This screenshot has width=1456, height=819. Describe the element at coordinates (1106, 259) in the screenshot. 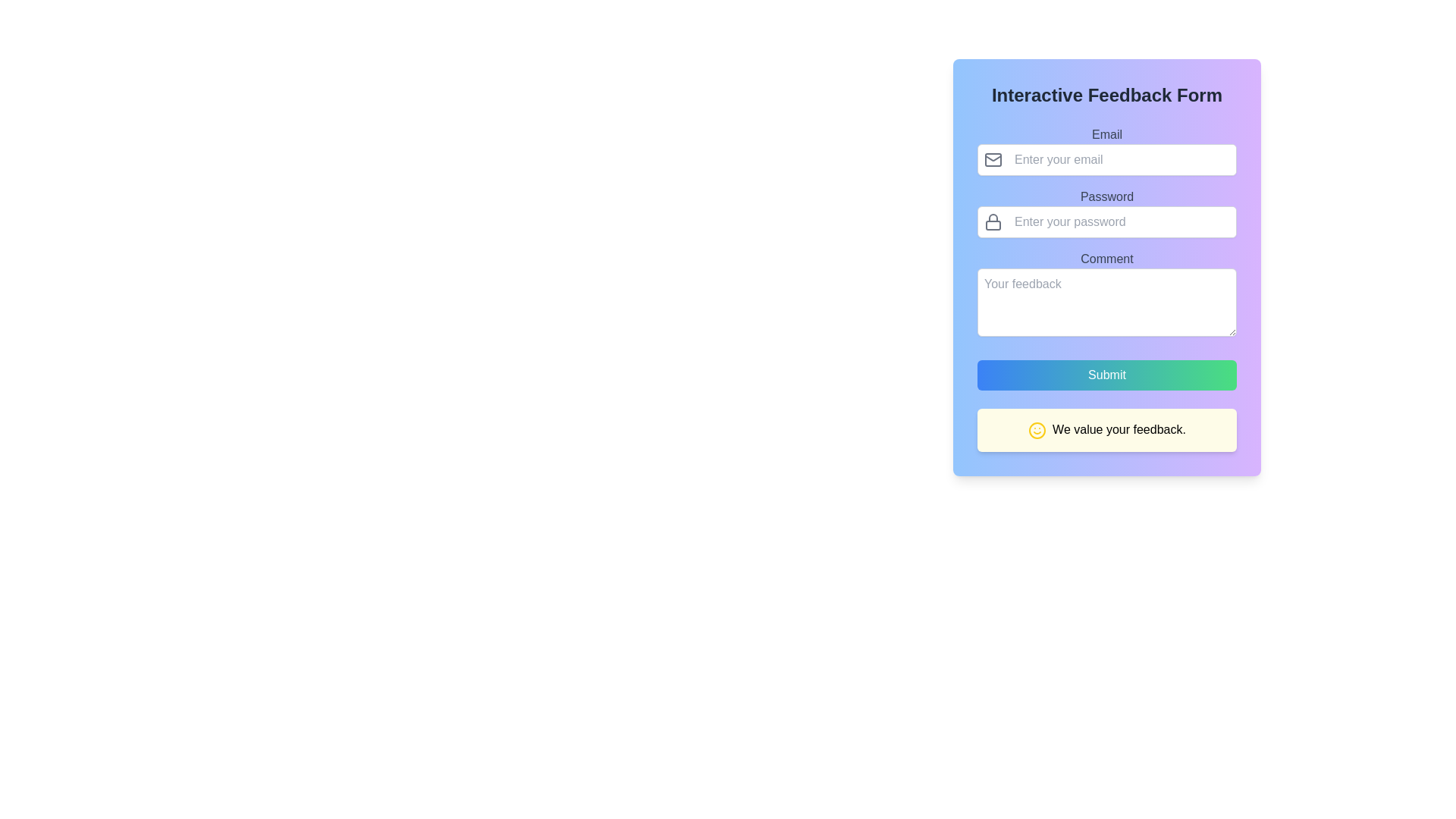

I see `the text label that describes the purpose of the 'Your feedback' input field, located in the upper half of the form, directly above it` at that location.